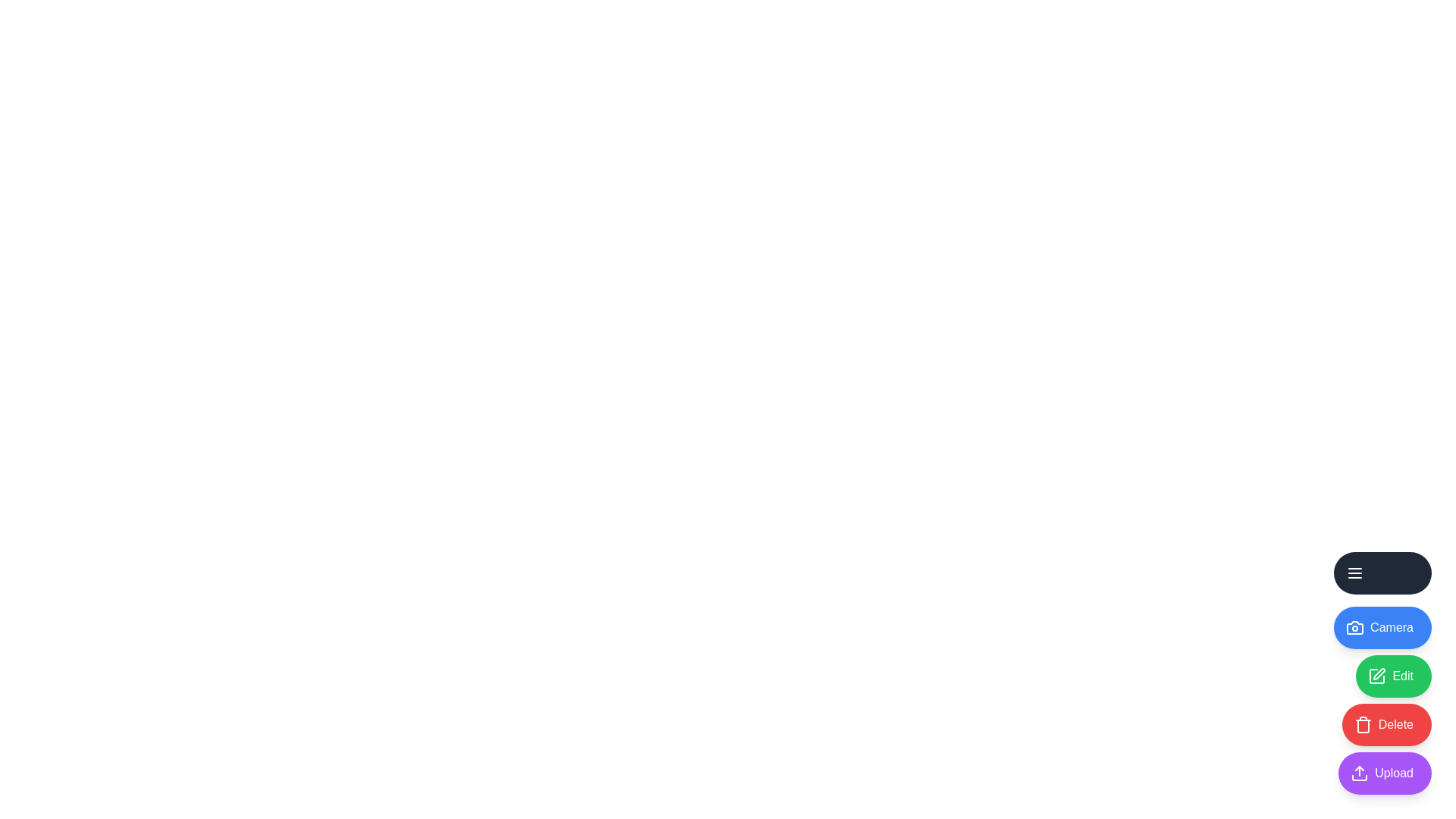 This screenshot has height=819, width=1456. I want to click on the Upload icon to interact with it, so click(1385, 773).